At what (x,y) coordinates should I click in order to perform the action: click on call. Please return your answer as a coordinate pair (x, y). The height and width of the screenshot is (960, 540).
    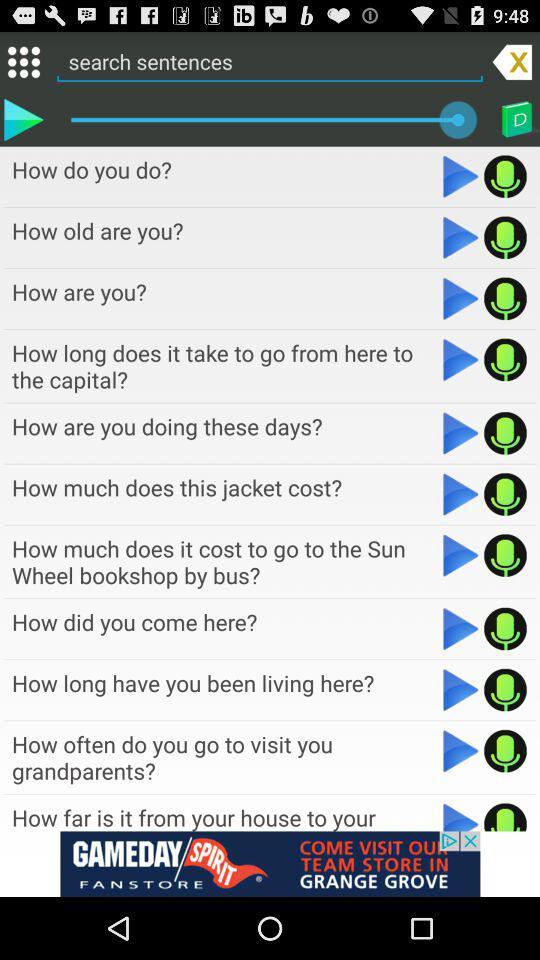
    Looking at the image, I should click on (504, 297).